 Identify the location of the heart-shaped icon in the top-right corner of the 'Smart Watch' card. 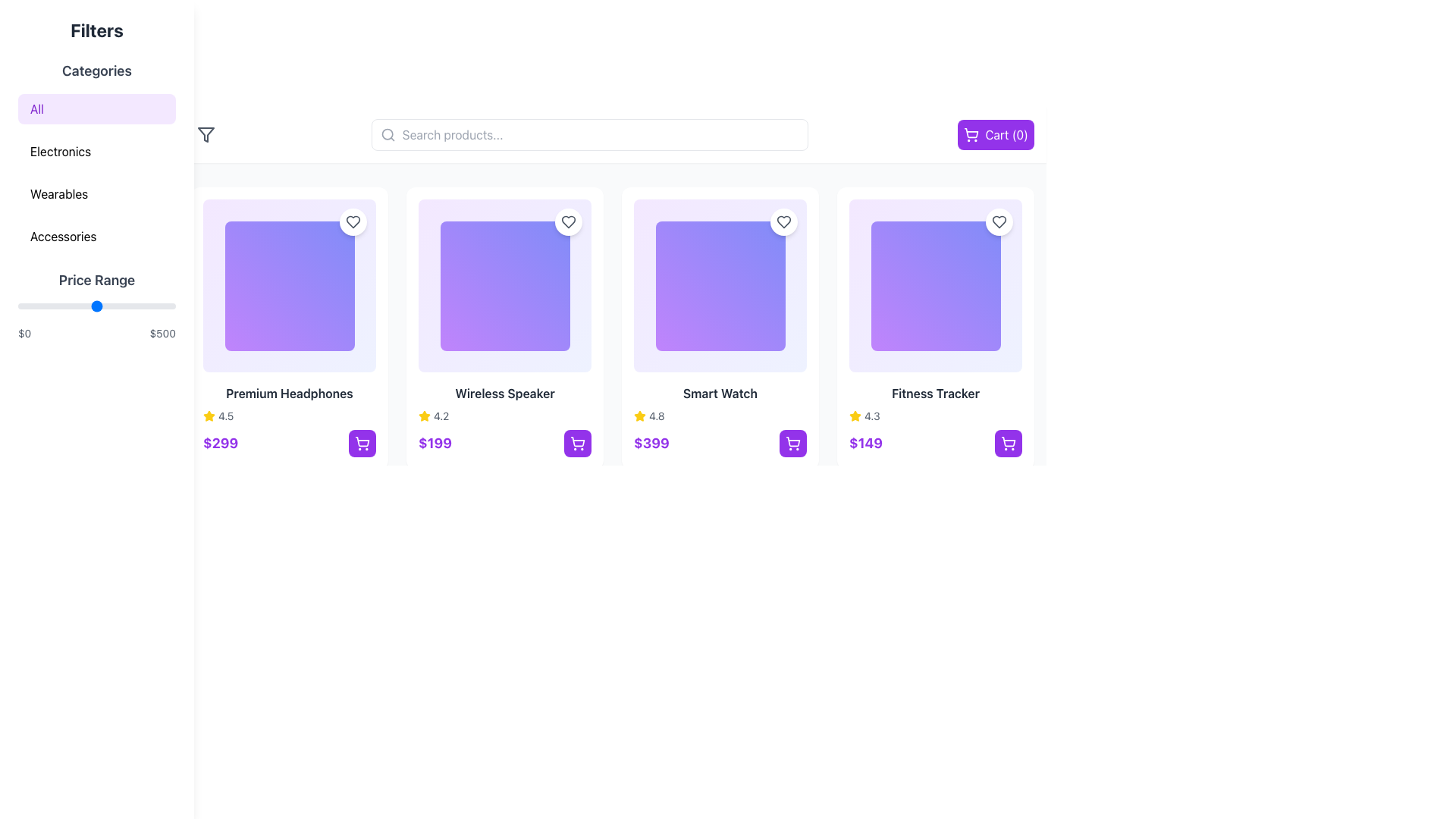
(783, 222).